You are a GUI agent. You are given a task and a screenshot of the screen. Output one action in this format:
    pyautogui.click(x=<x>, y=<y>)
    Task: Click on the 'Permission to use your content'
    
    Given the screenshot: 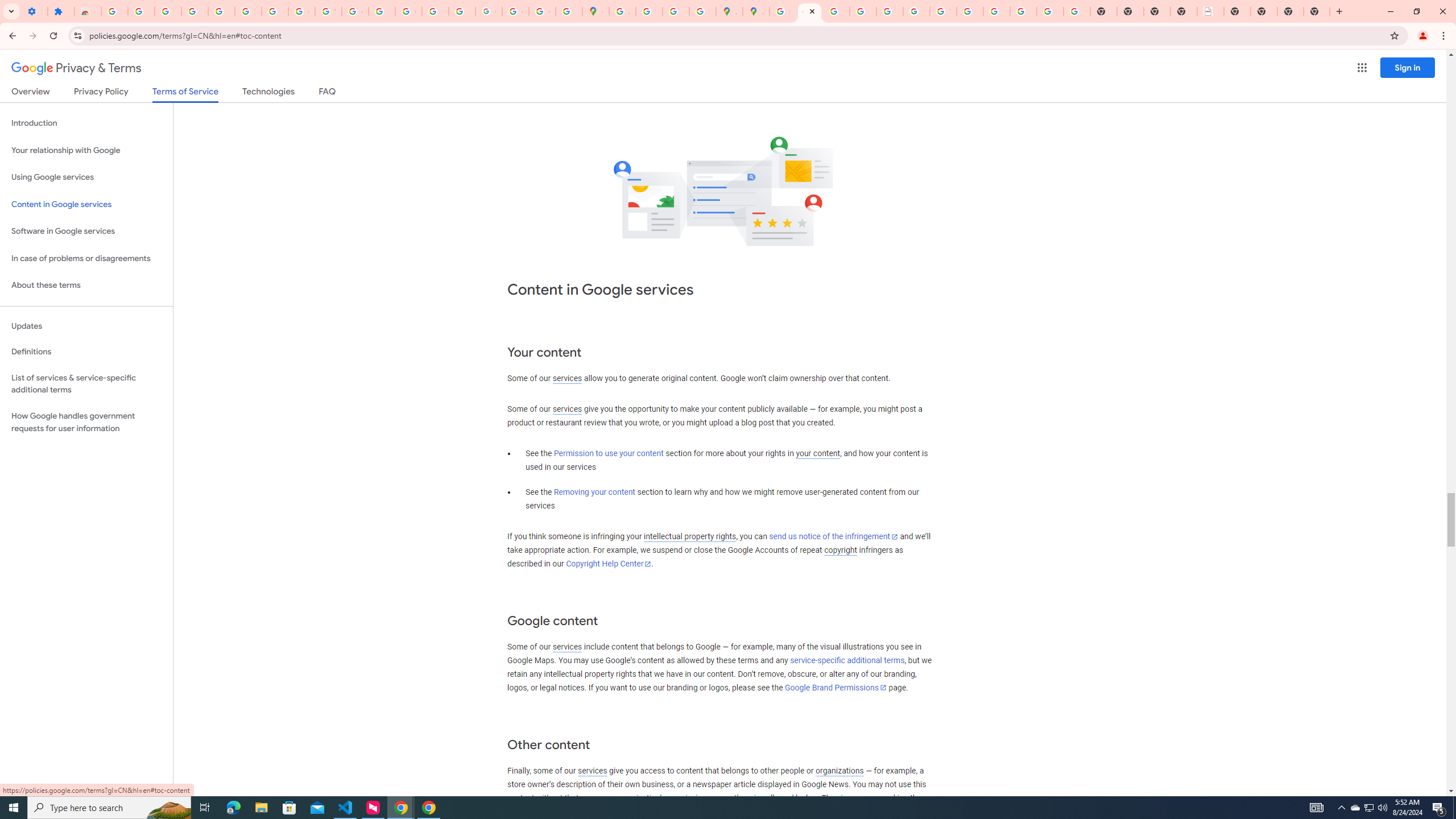 What is the action you would take?
    pyautogui.click(x=608, y=453)
    